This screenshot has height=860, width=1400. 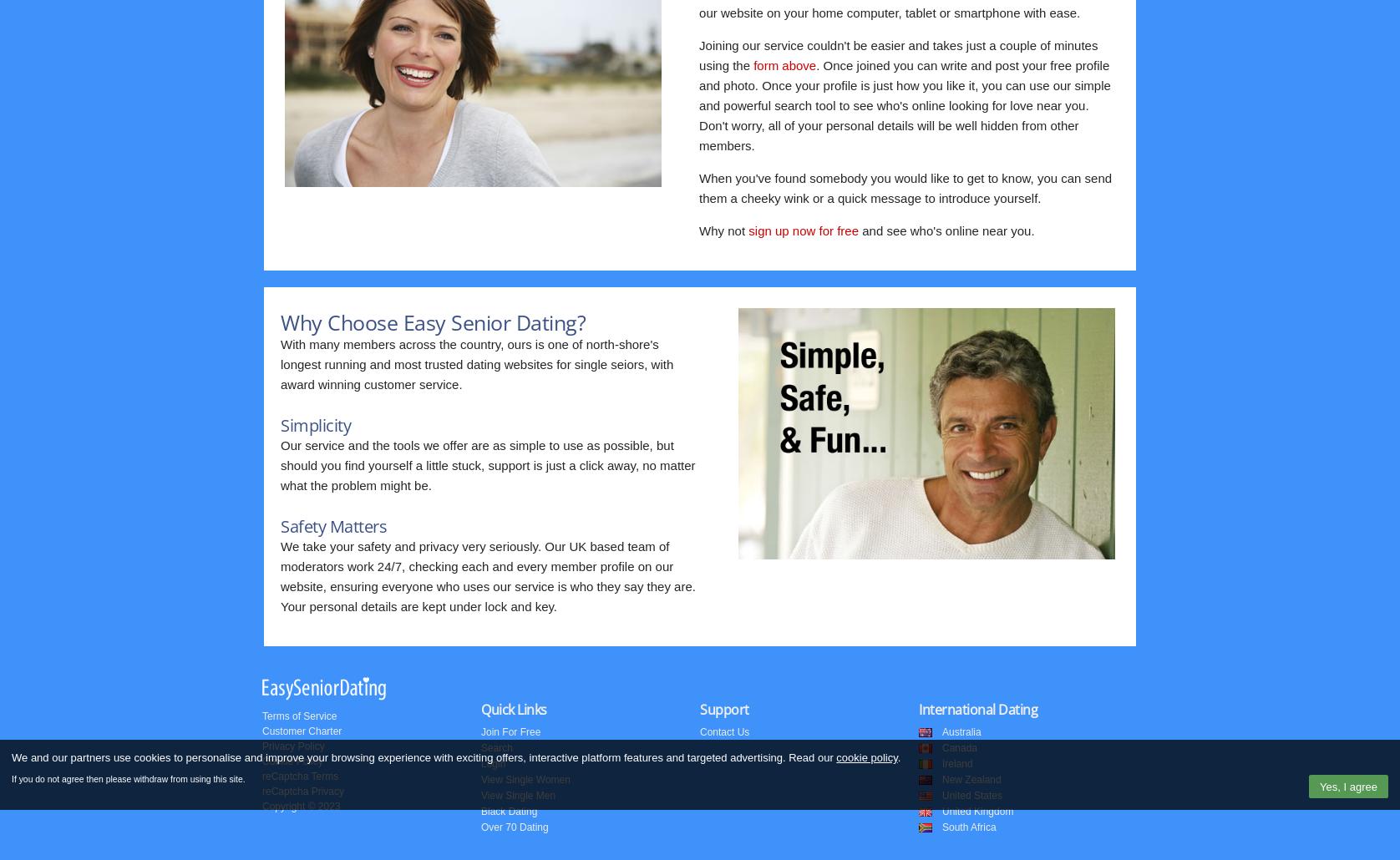 What do you see at coordinates (314, 424) in the screenshot?
I see `'Simplicity'` at bounding box center [314, 424].